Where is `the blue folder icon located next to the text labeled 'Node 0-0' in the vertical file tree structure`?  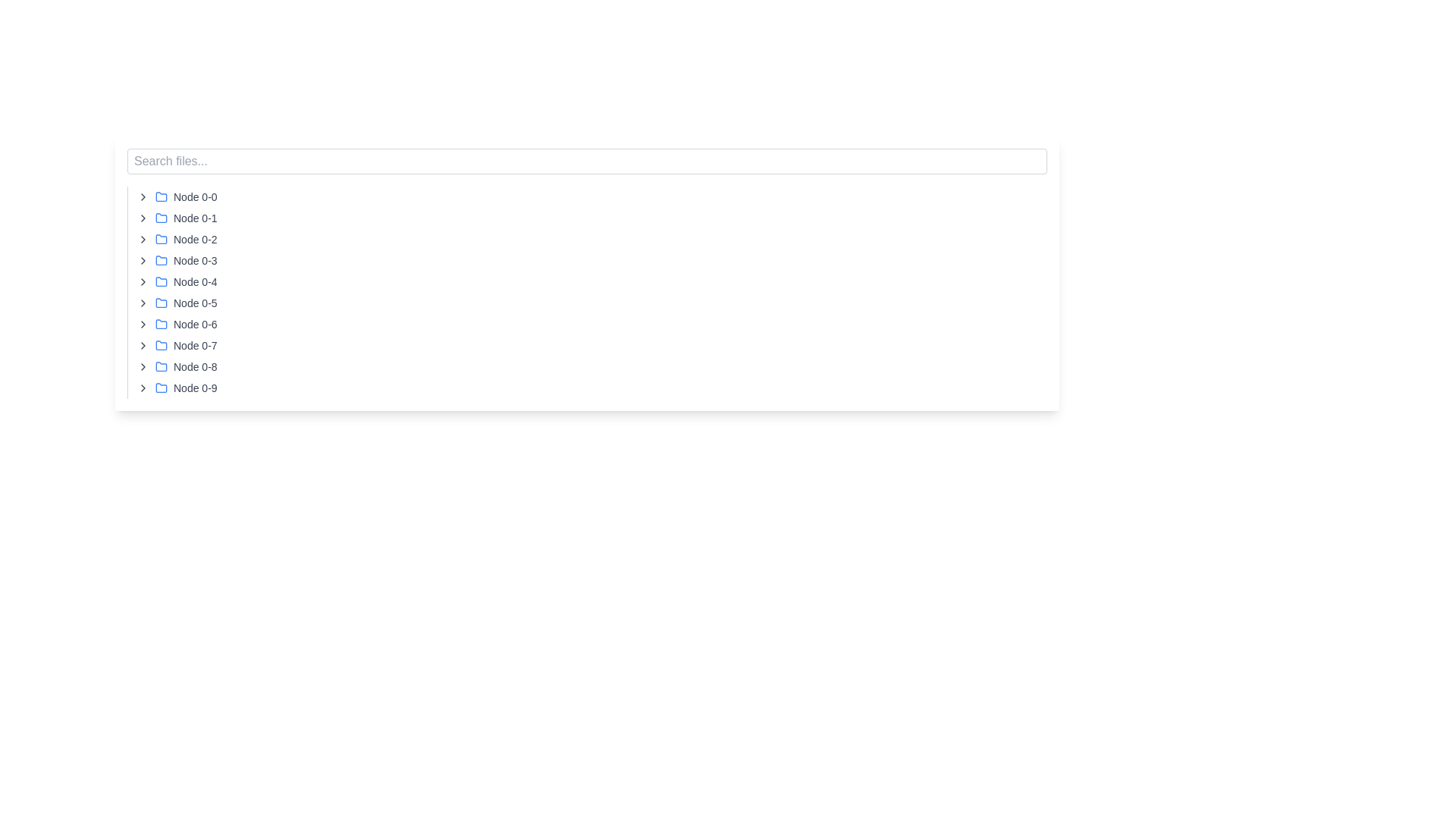 the blue folder icon located next to the text labeled 'Node 0-0' in the vertical file tree structure is located at coordinates (161, 195).